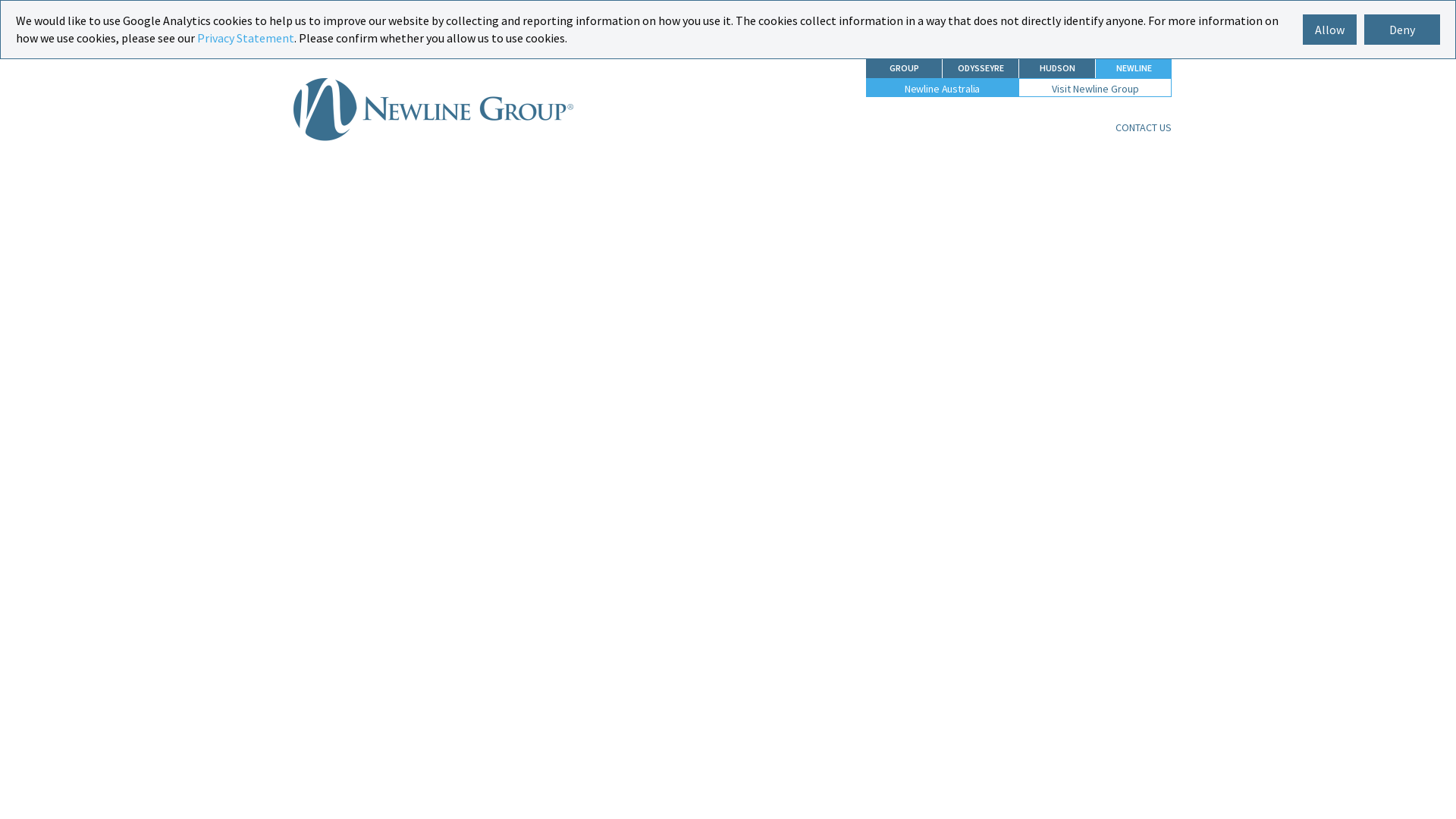  I want to click on 'Newline Australia', so click(942, 89).